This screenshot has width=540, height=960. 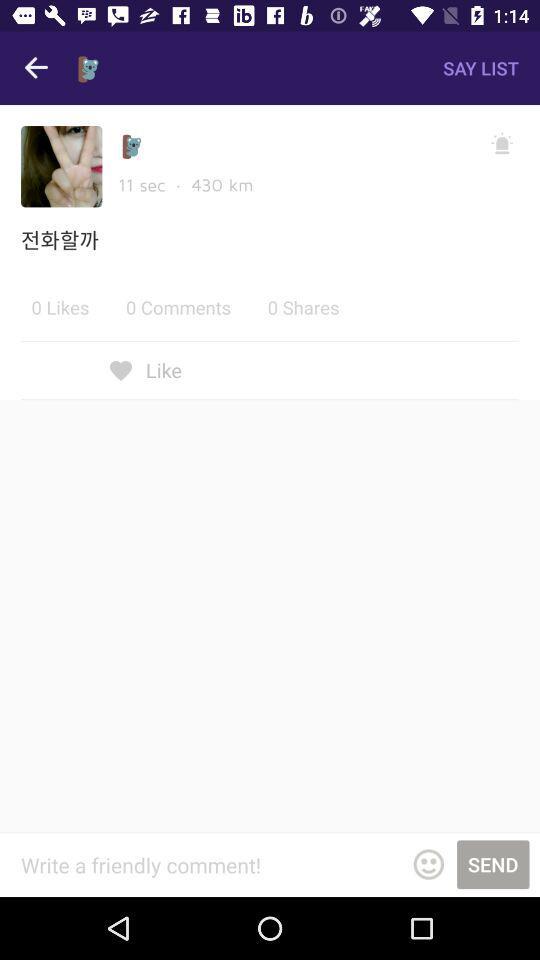 I want to click on the arrow_backward icon, so click(x=36, y=68).